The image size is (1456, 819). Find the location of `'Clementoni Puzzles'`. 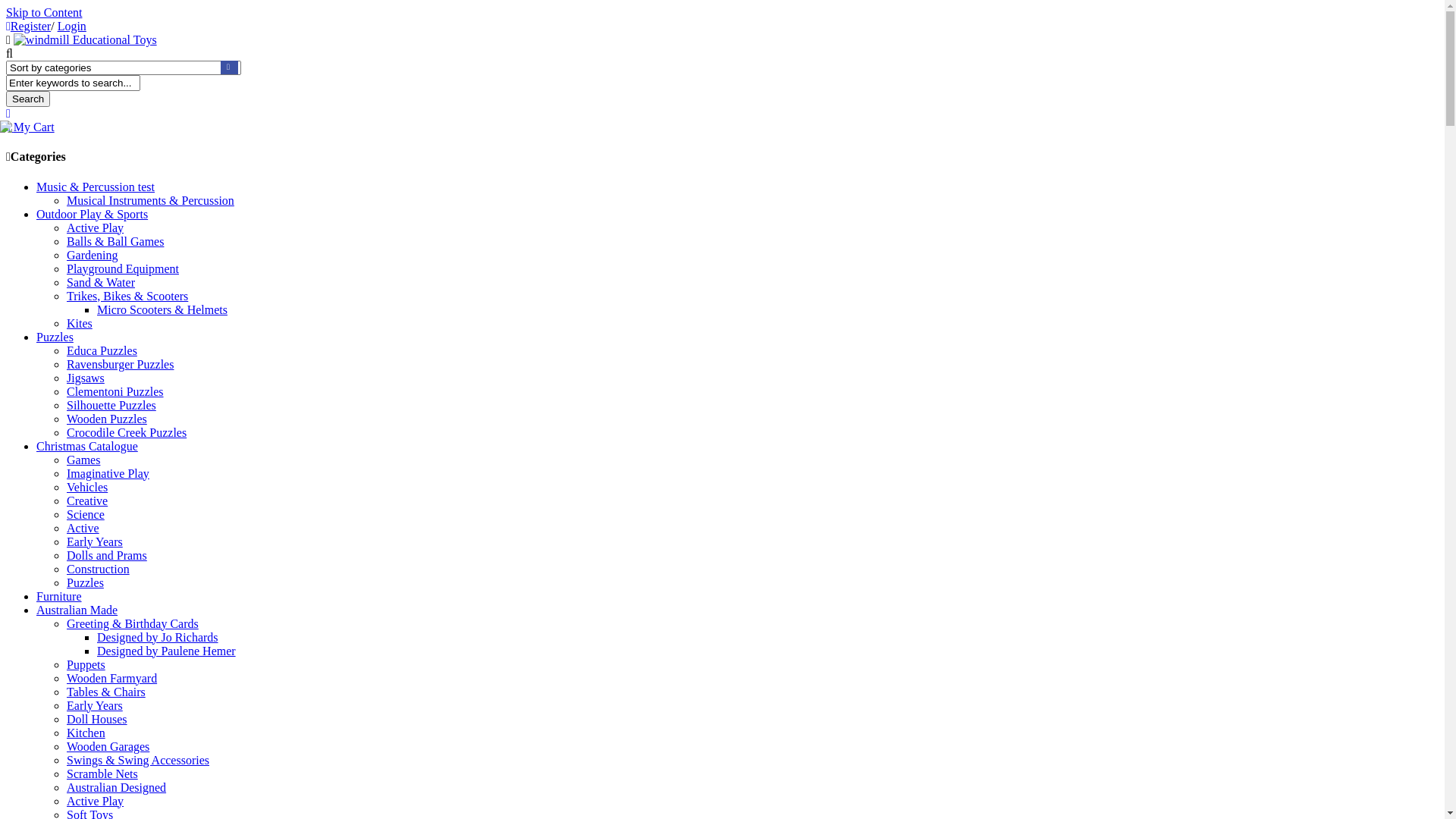

'Clementoni Puzzles' is located at coordinates (115, 391).